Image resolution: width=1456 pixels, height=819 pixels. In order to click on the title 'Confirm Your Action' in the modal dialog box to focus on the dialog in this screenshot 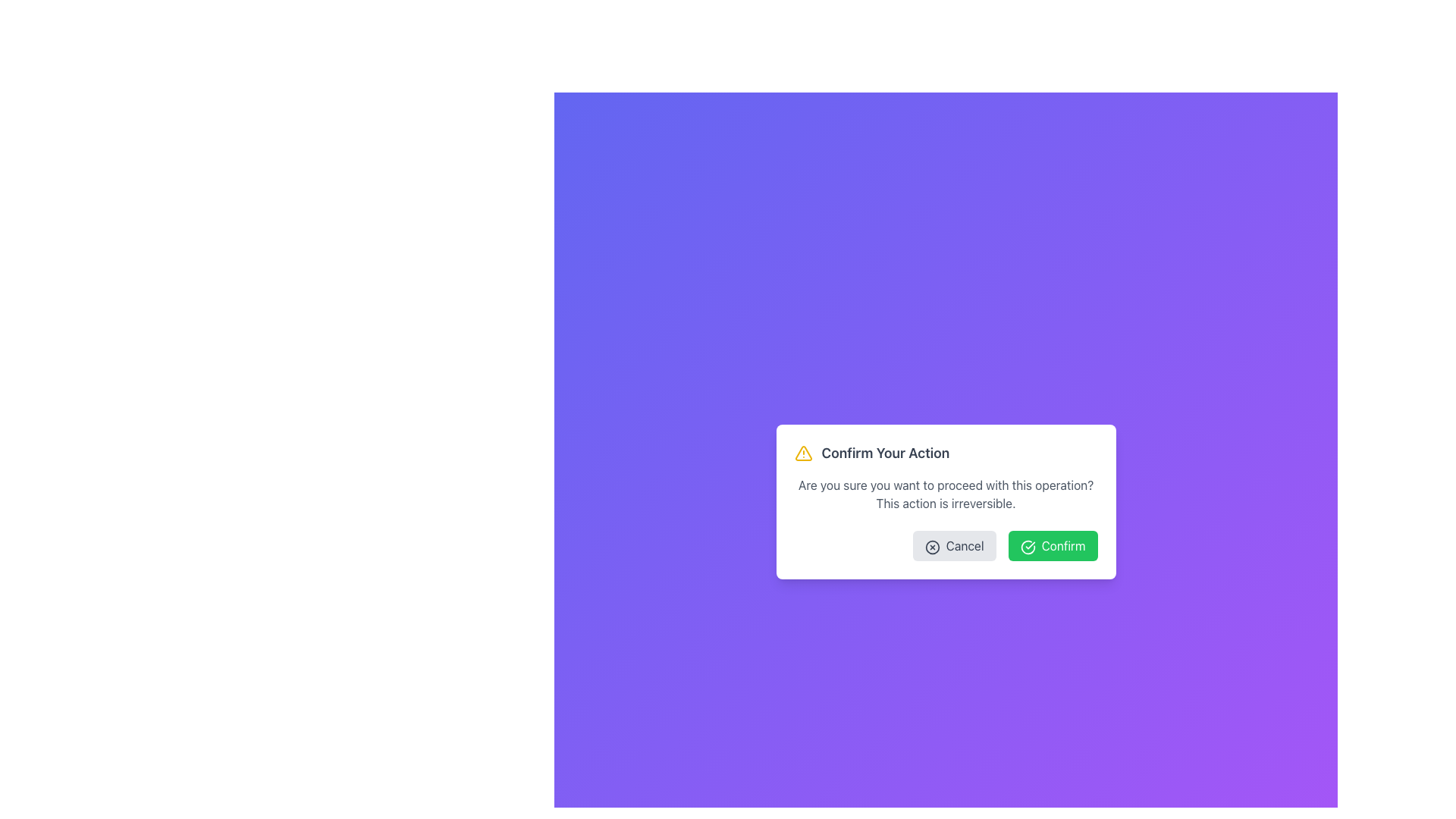, I will do `click(945, 452)`.